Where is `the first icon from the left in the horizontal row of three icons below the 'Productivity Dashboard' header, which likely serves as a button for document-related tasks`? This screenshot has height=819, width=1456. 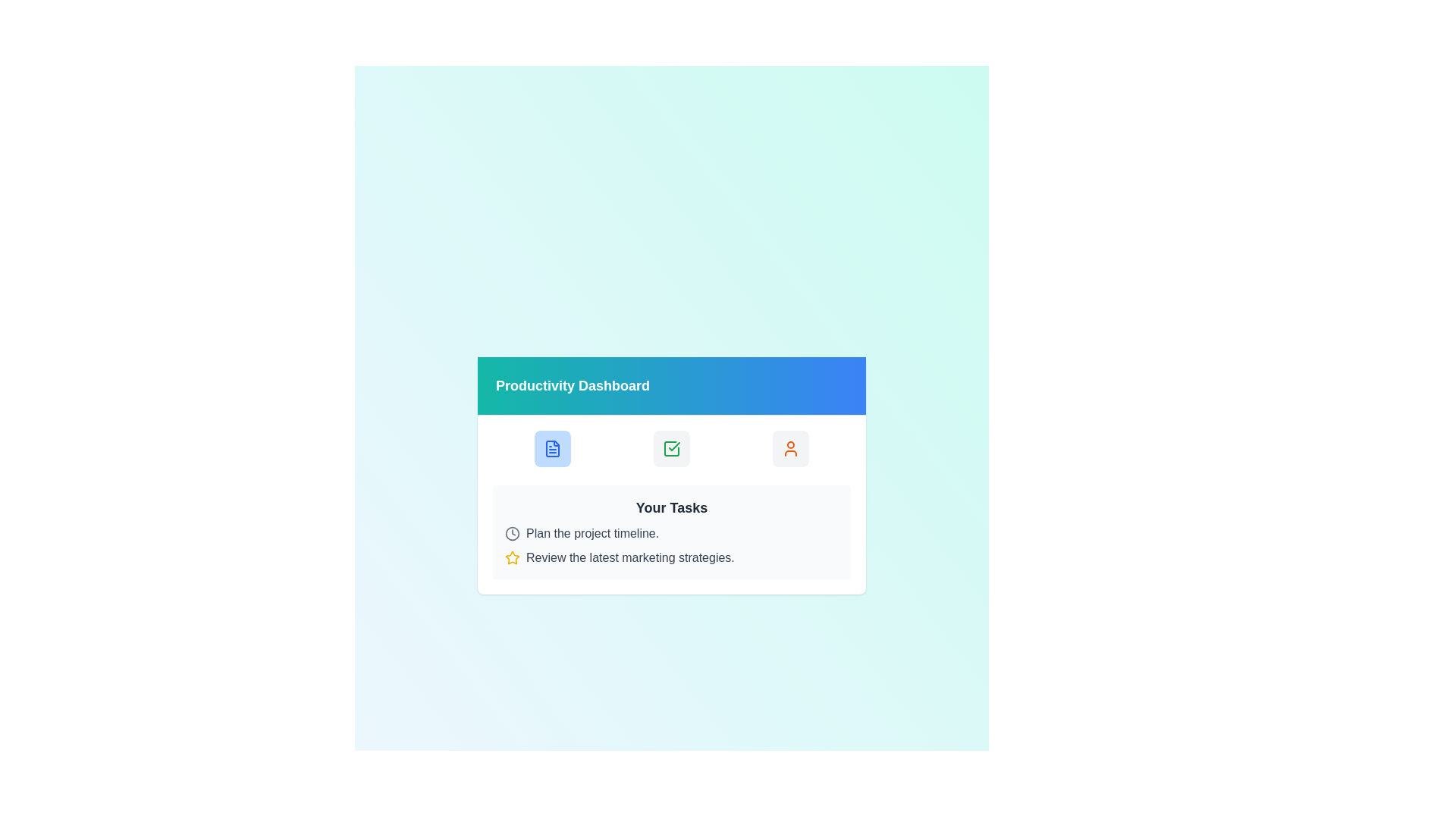 the first icon from the left in the horizontal row of three icons below the 'Productivity Dashboard' header, which likely serves as a button for document-related tasks is located at coordinates (551, 447).